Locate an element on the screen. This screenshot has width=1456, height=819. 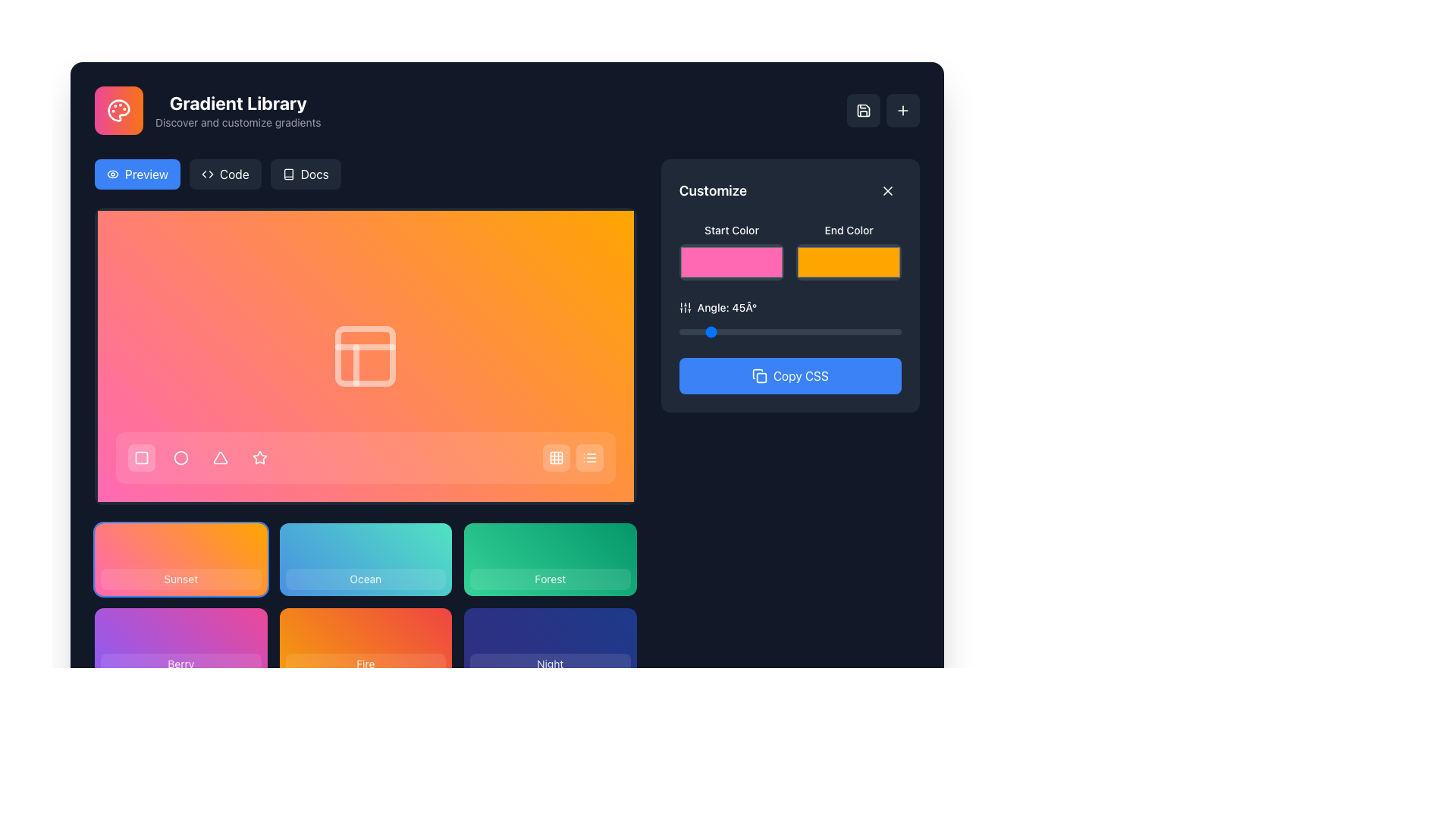
the slider in the 'Customize' panel is located at coordinates (789, 308).